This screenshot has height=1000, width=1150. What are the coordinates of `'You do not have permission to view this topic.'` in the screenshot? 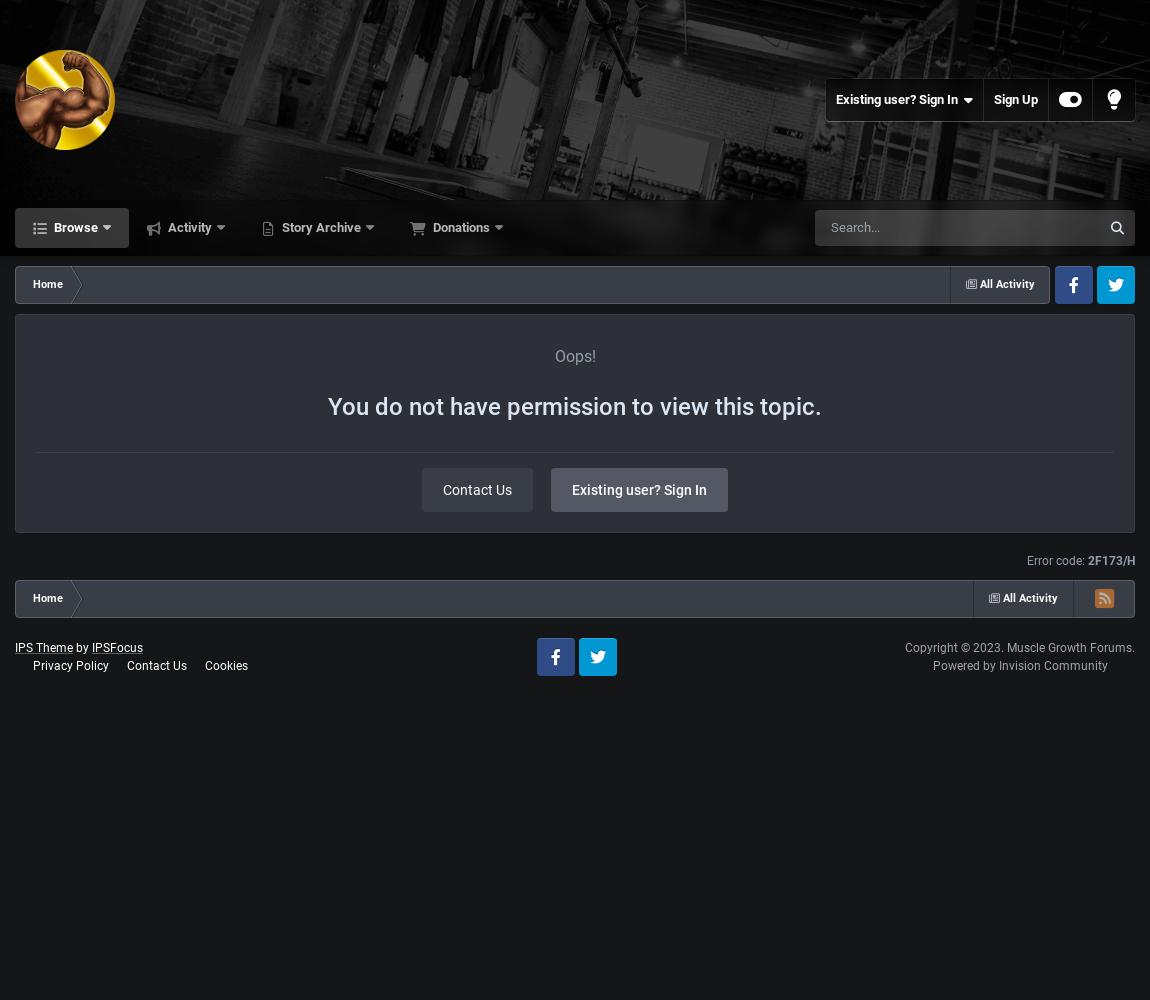 It's located at (575, 407).